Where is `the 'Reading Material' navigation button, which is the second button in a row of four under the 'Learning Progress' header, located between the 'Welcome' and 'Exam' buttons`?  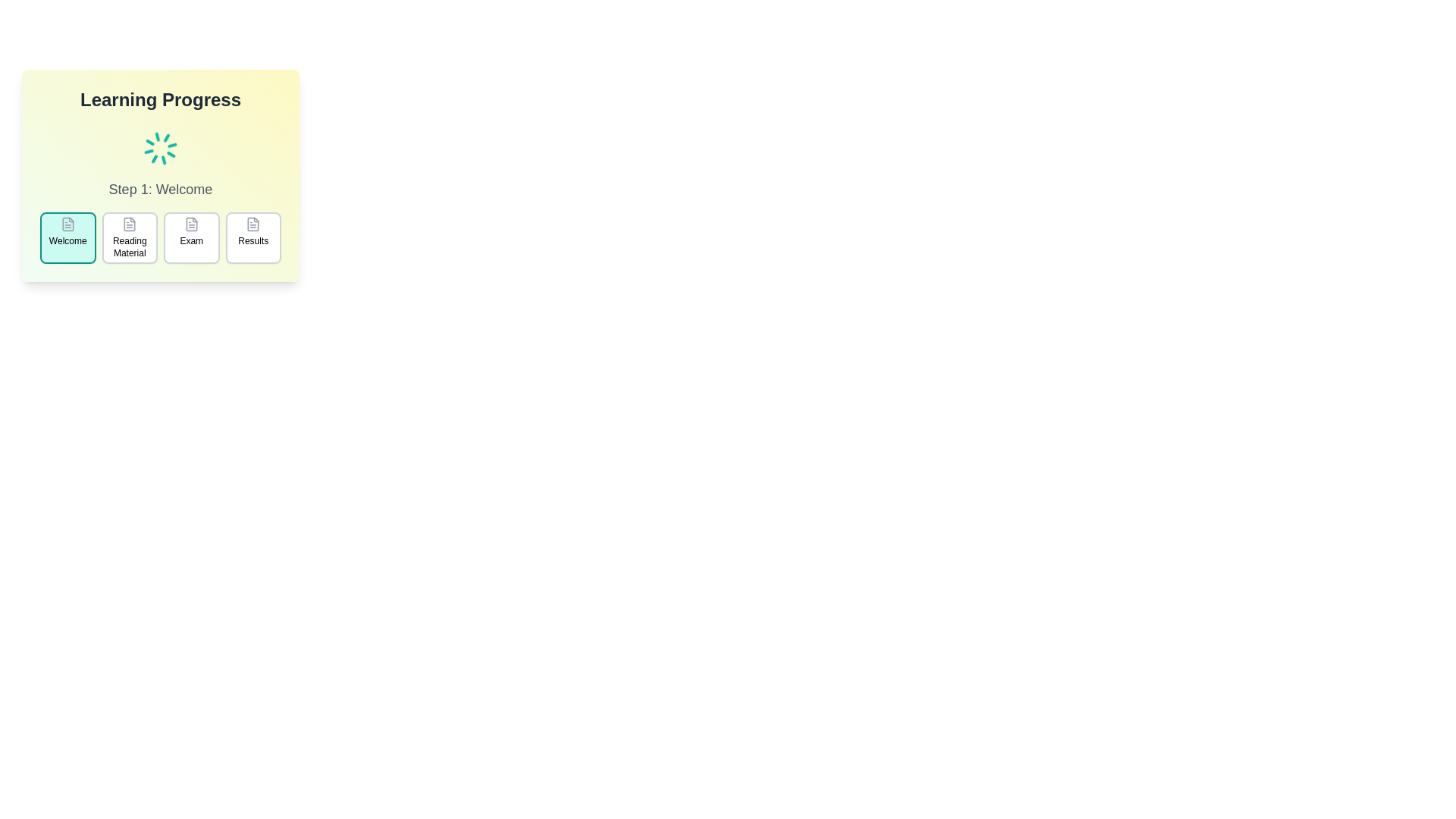
the 'Reading Material' navigation button, which is the second button in a row of four under the 'Learning Progress' header, located between the 'Welcome' and 'Exam' buttons is located at coordinates (130, 246).